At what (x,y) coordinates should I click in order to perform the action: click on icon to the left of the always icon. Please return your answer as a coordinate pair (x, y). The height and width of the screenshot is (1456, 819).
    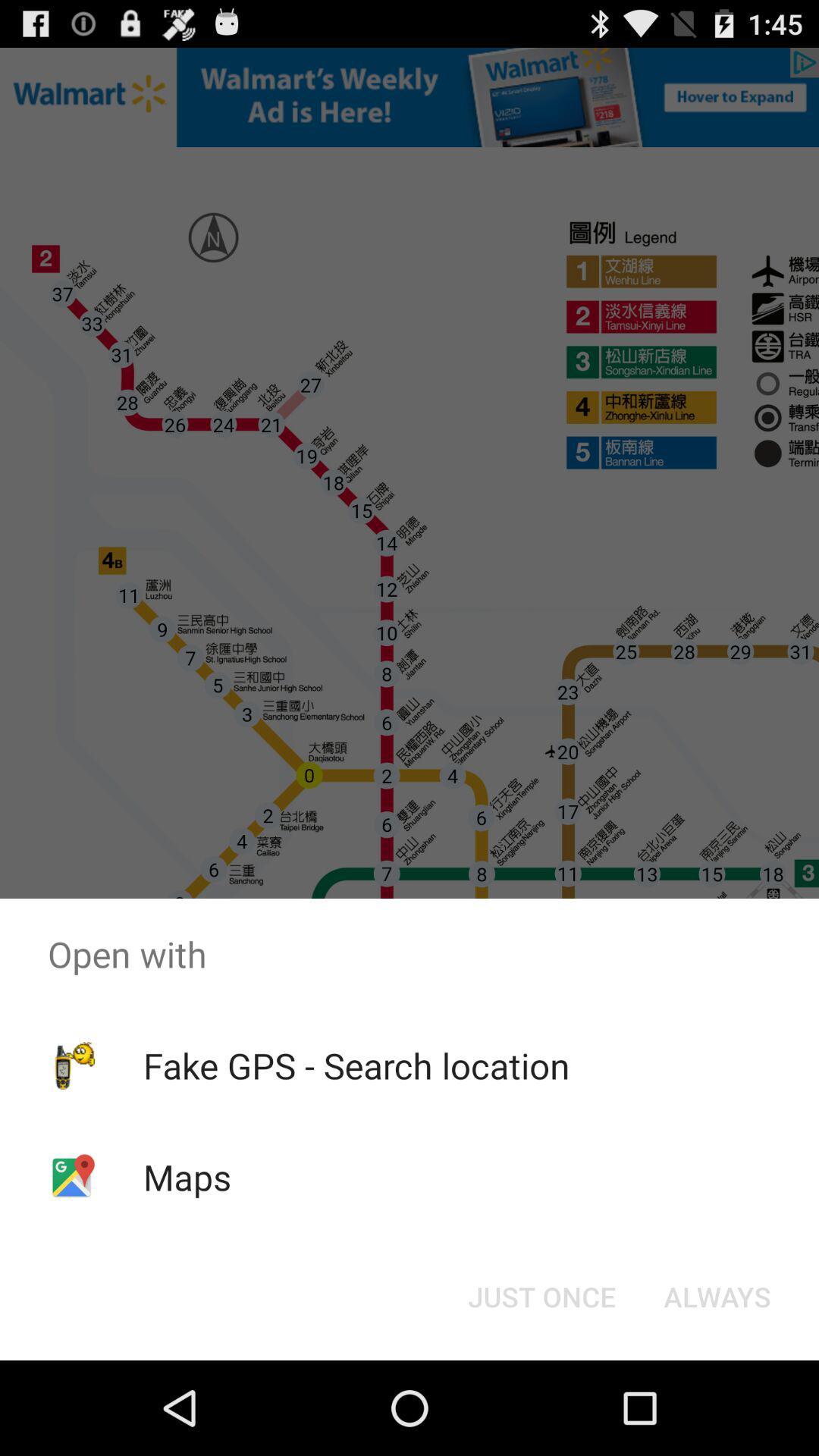
    Looking at the image, I should click on (541, 1295).